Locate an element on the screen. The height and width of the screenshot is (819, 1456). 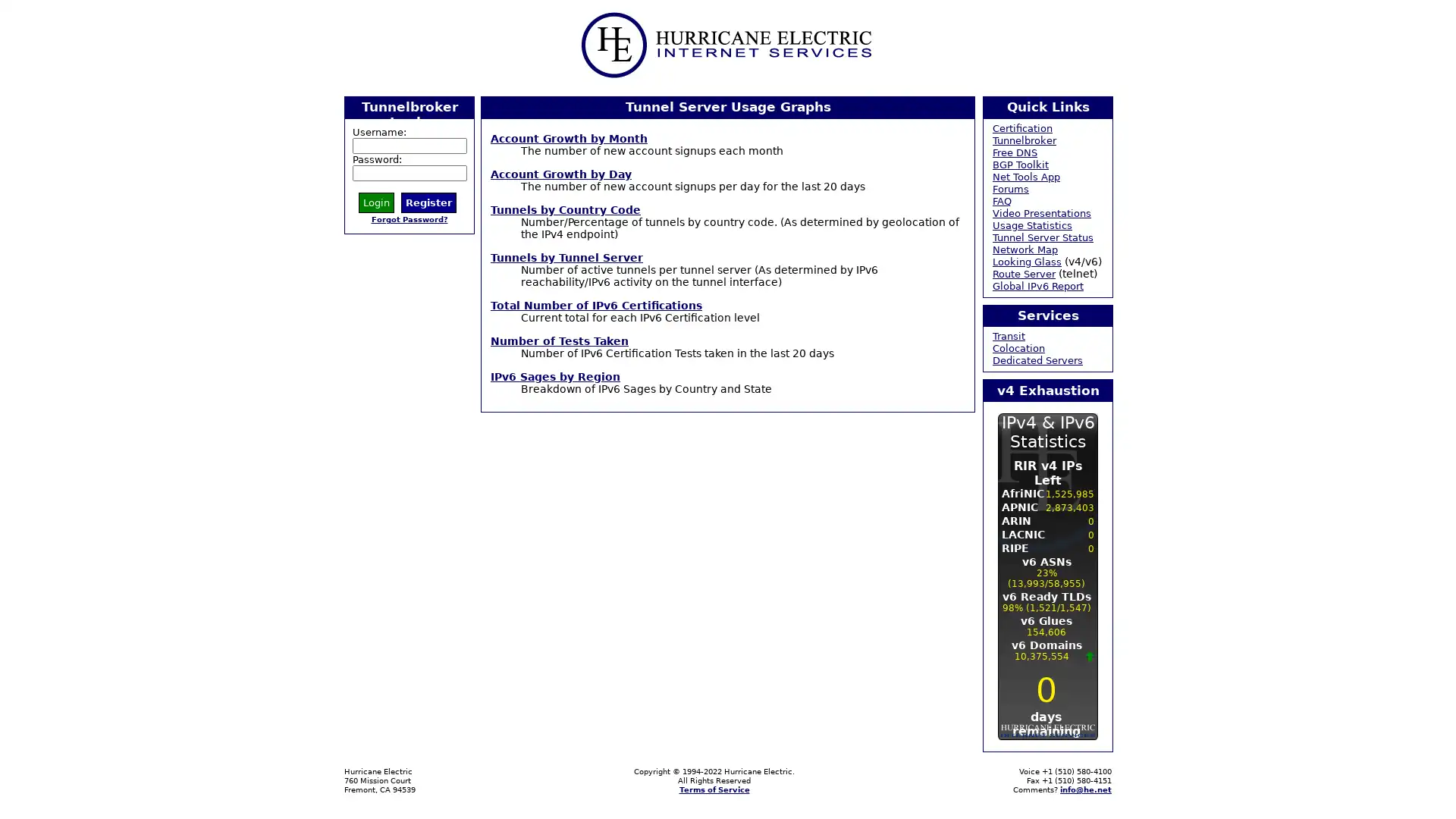
Login is located at coordinates (376, 201).